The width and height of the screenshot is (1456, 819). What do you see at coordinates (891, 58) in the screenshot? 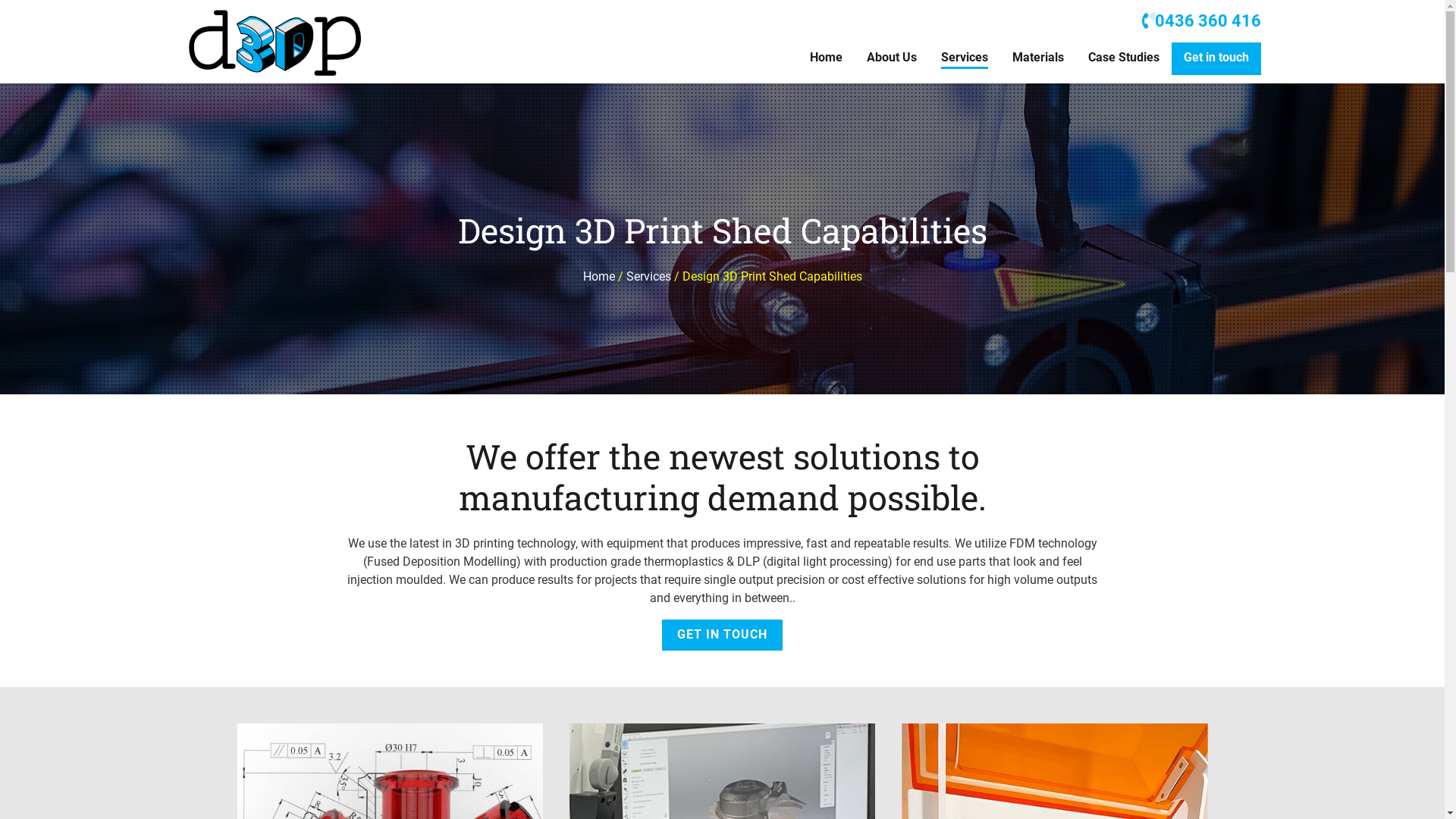
I see `'About Us'` at bounding box center [891, 58].